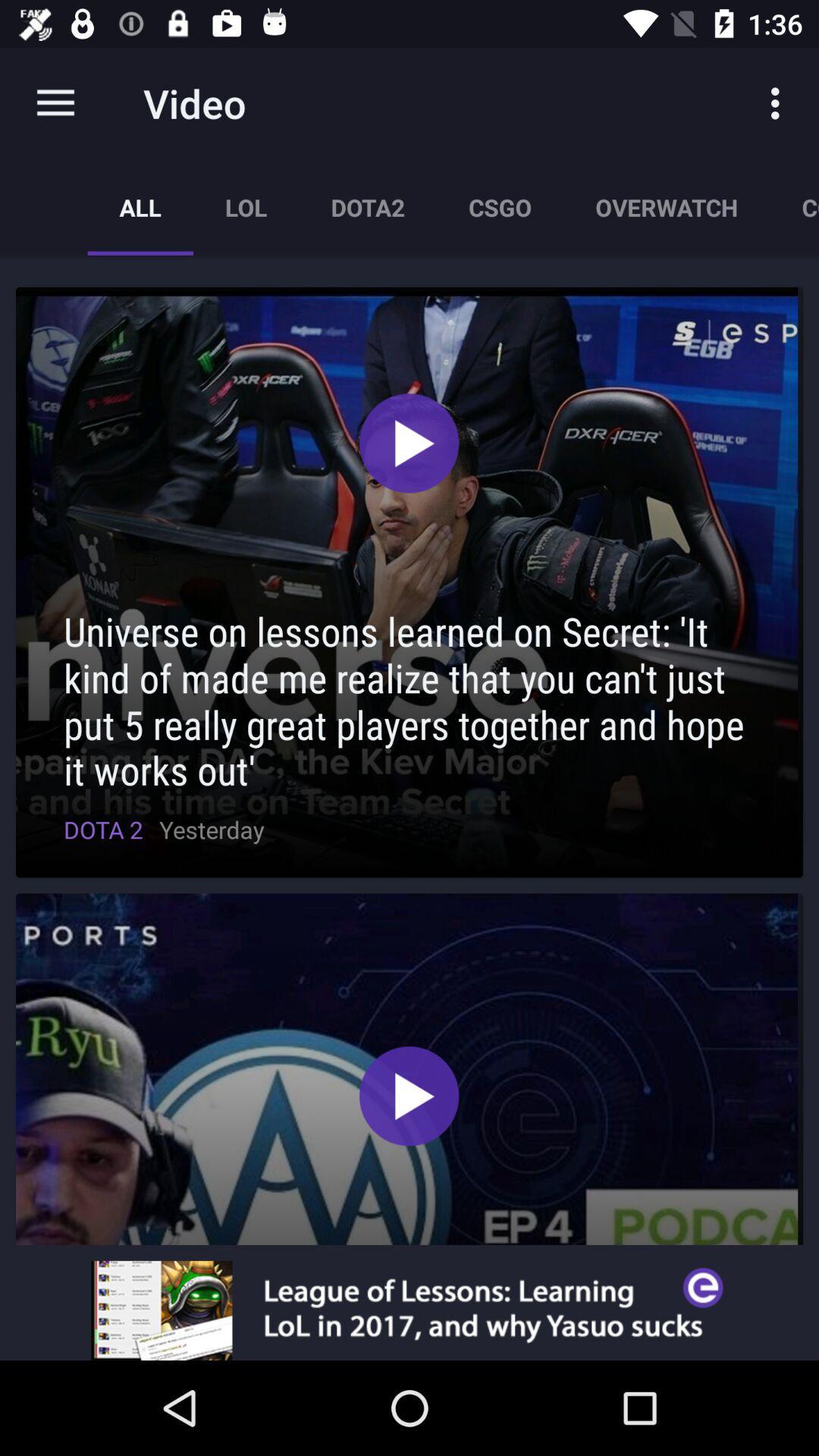  What do you see at coordinates (409, 1310) in the screenshot?
I see `advertisement` at bounding box center [409, 1310].